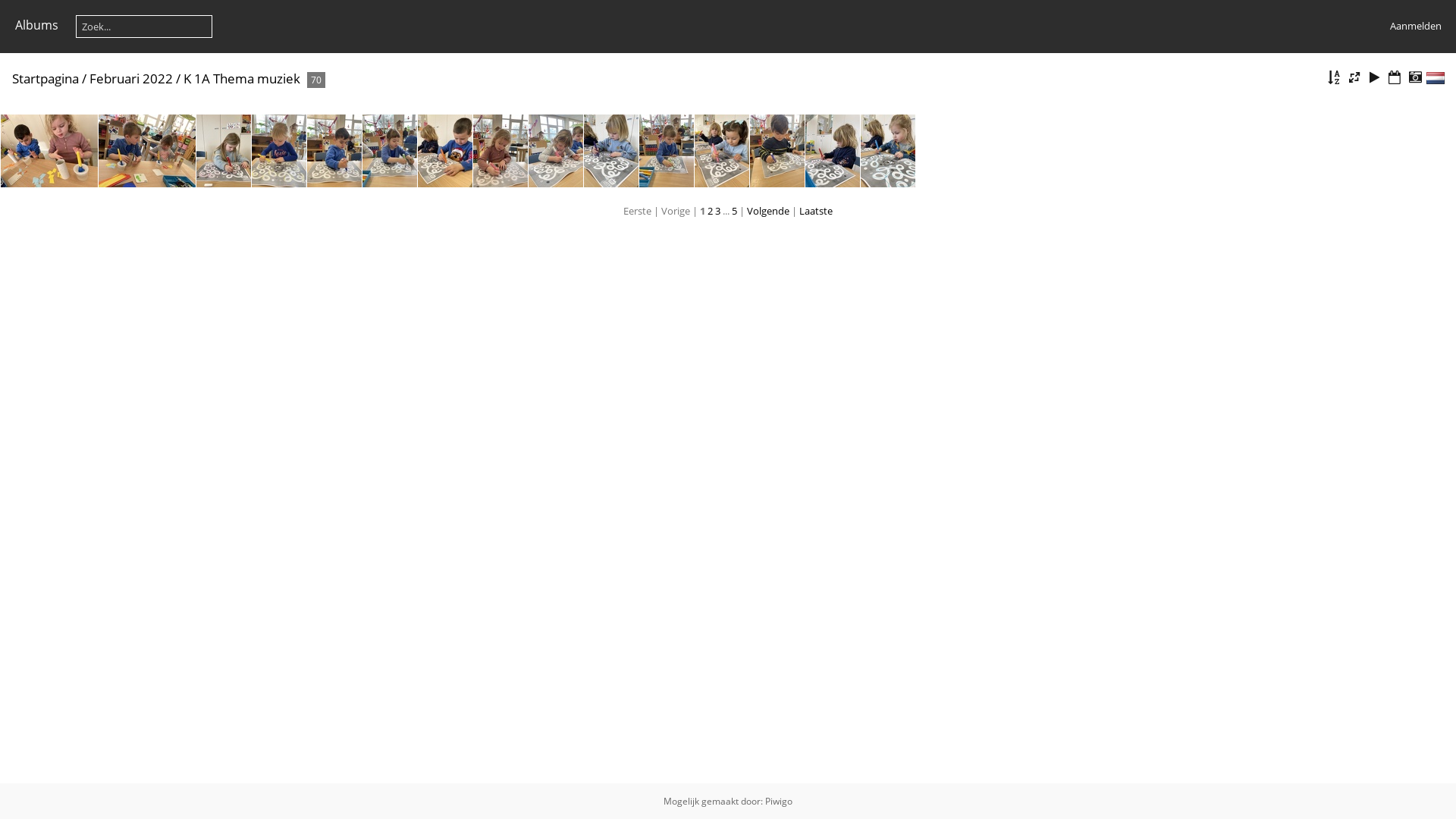 Image resolution: width=1456 pixels, height=819 pixels. I want to click on 'Februari 2022', so click(130, 78).